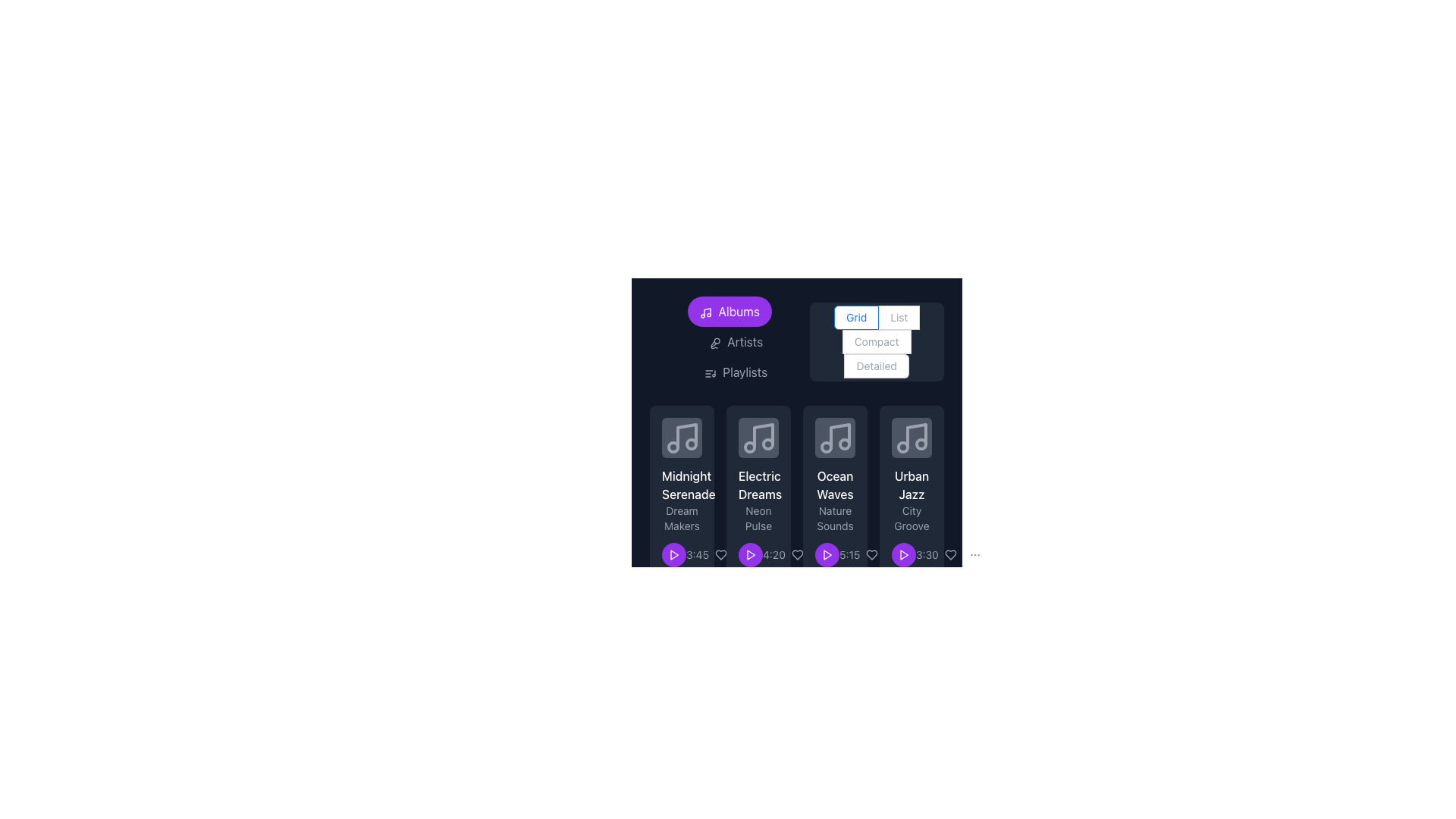 The image size is (1456, 819). Describe the element at coordinates (915, 435) in the screenshot. I see `the vertical line of the musical note icon within the 'Urban Jazz' card, which is the rightmost card in the row` at that location.